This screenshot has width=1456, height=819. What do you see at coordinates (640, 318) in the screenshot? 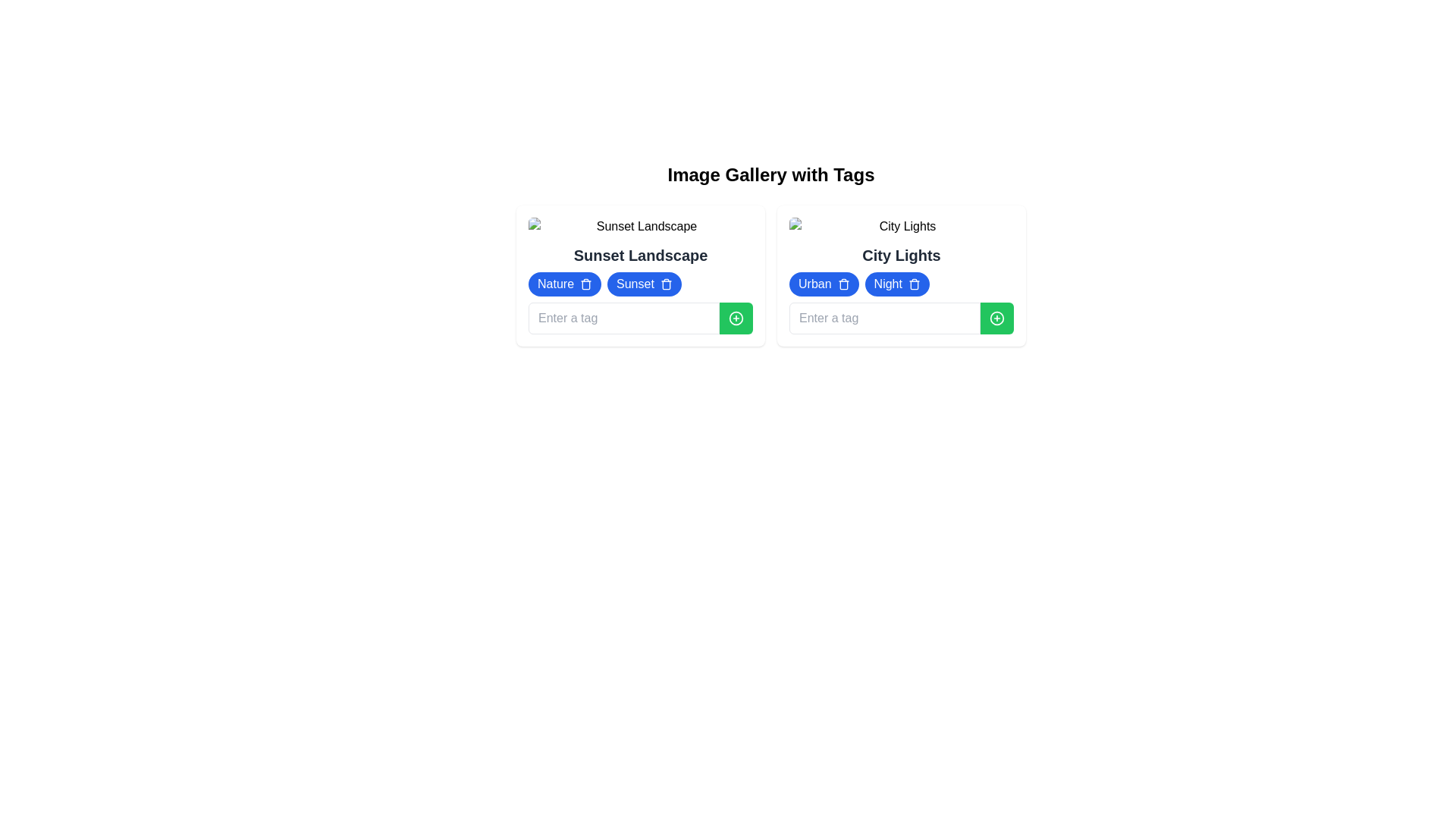
I see `the input field of the composite UI element located within the 'Sunset Landscape' section, positioned below the tags 'Nature' and 'Sunset'` at bounding box center [640, 318].